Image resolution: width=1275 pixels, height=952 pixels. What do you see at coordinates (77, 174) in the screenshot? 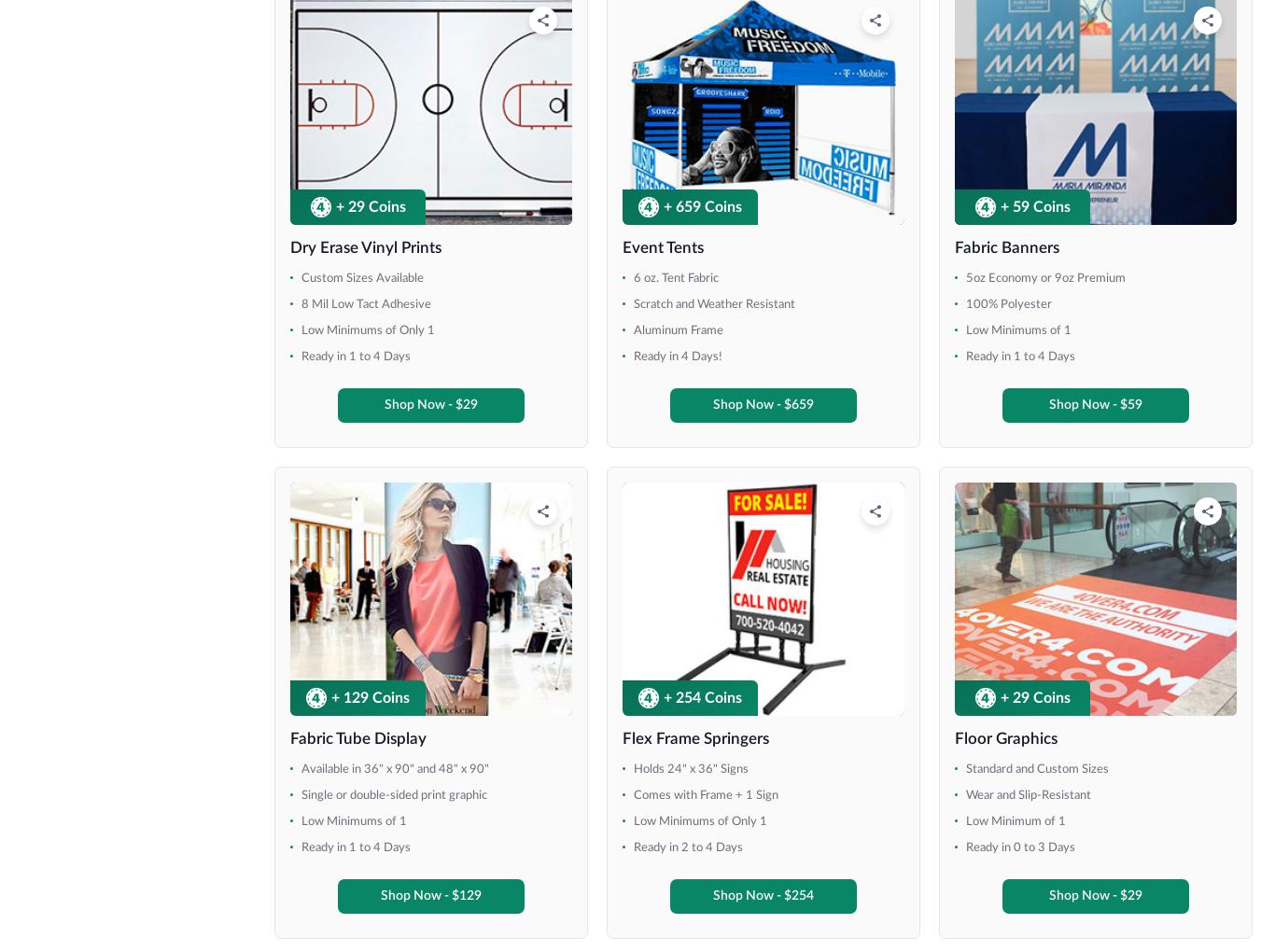
I see `'48" x 66"'` at bounding box center [77, 174].